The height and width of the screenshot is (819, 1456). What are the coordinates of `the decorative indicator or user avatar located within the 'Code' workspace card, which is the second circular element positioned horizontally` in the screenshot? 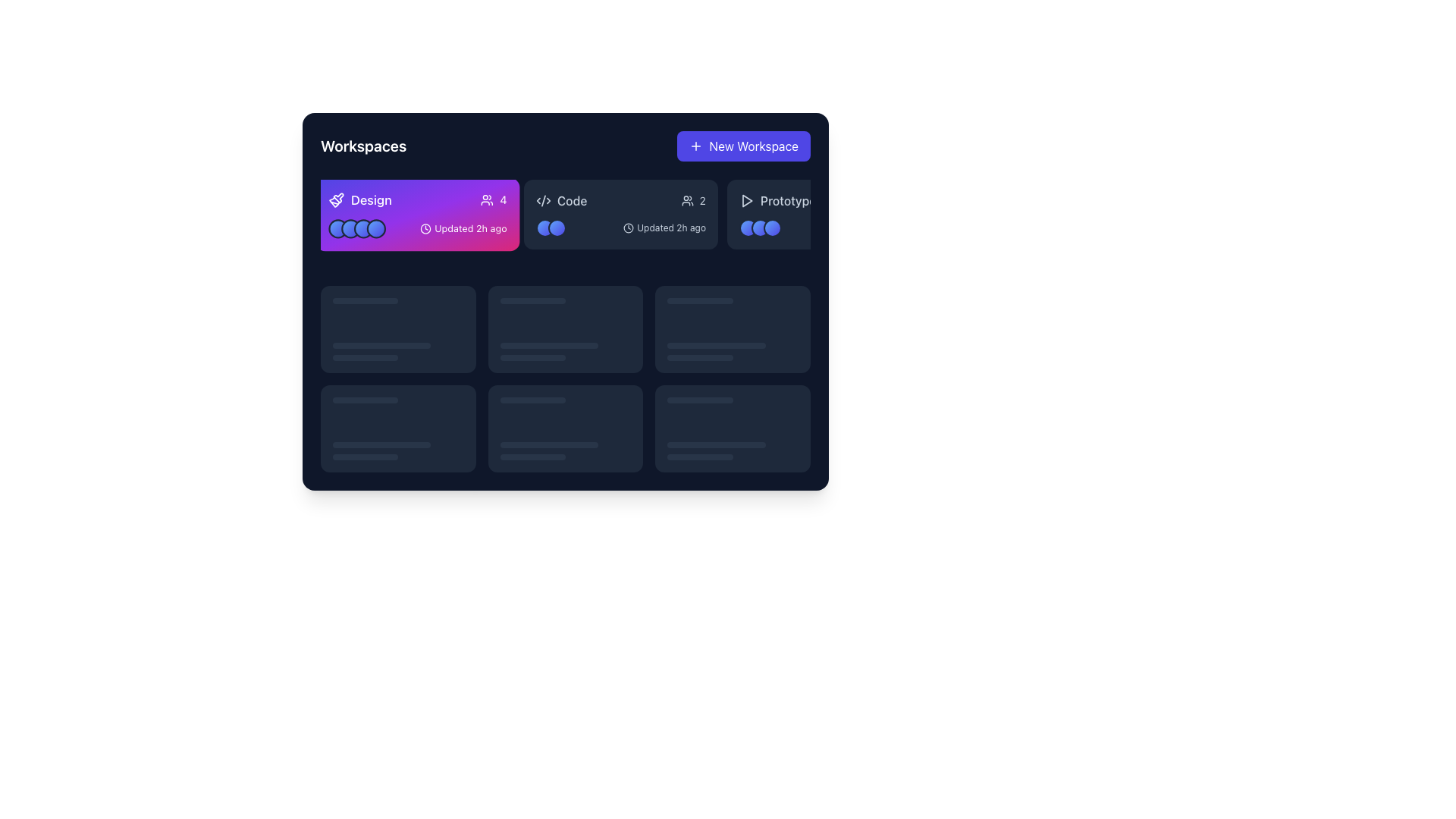 It's located at (556, 227).